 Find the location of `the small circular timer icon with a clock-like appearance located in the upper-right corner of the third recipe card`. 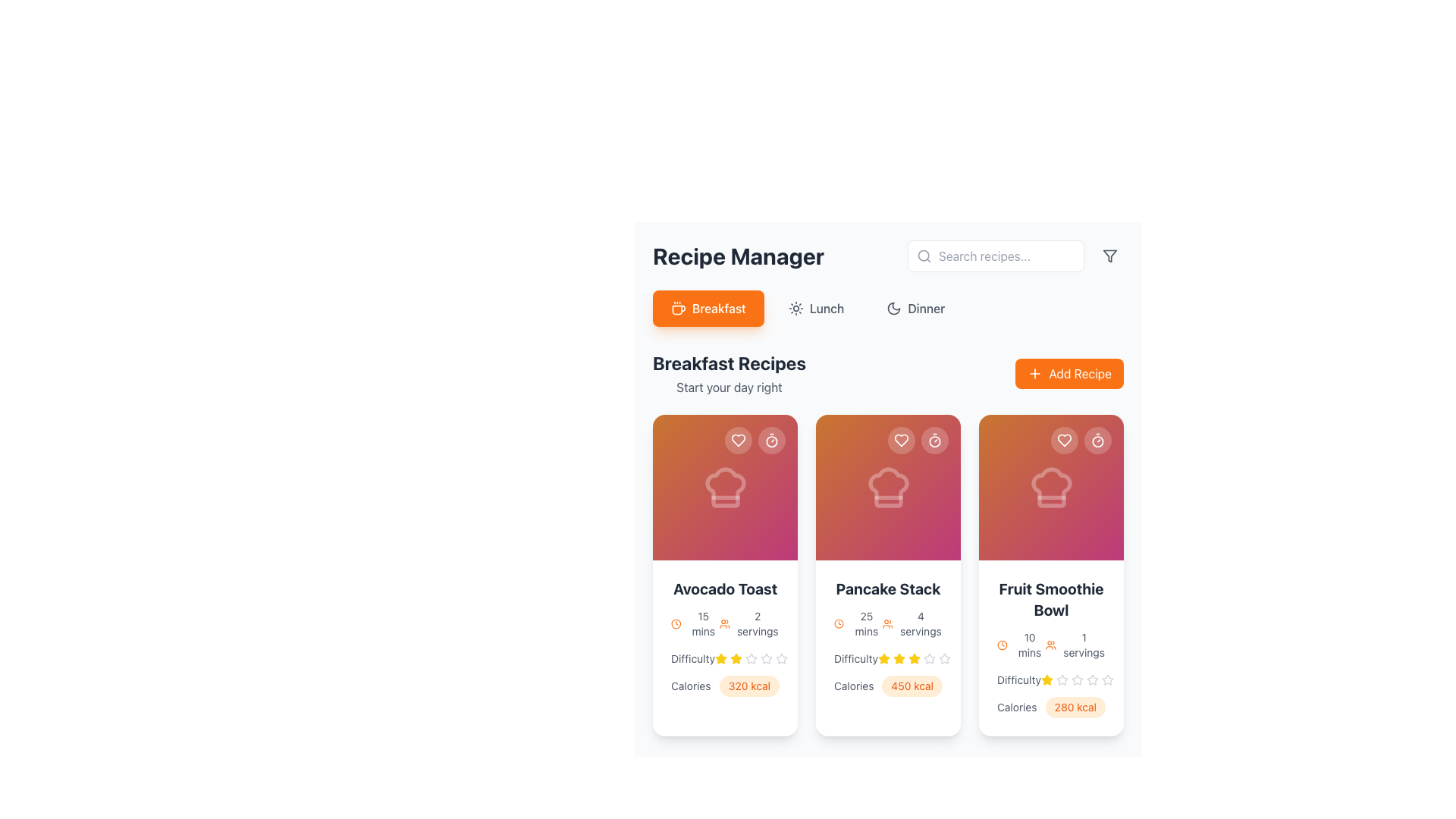

the small circular timer icon with a clock-like appearance located in the upper-right corner of the third recipe card is located at coordinates (1098, 441).